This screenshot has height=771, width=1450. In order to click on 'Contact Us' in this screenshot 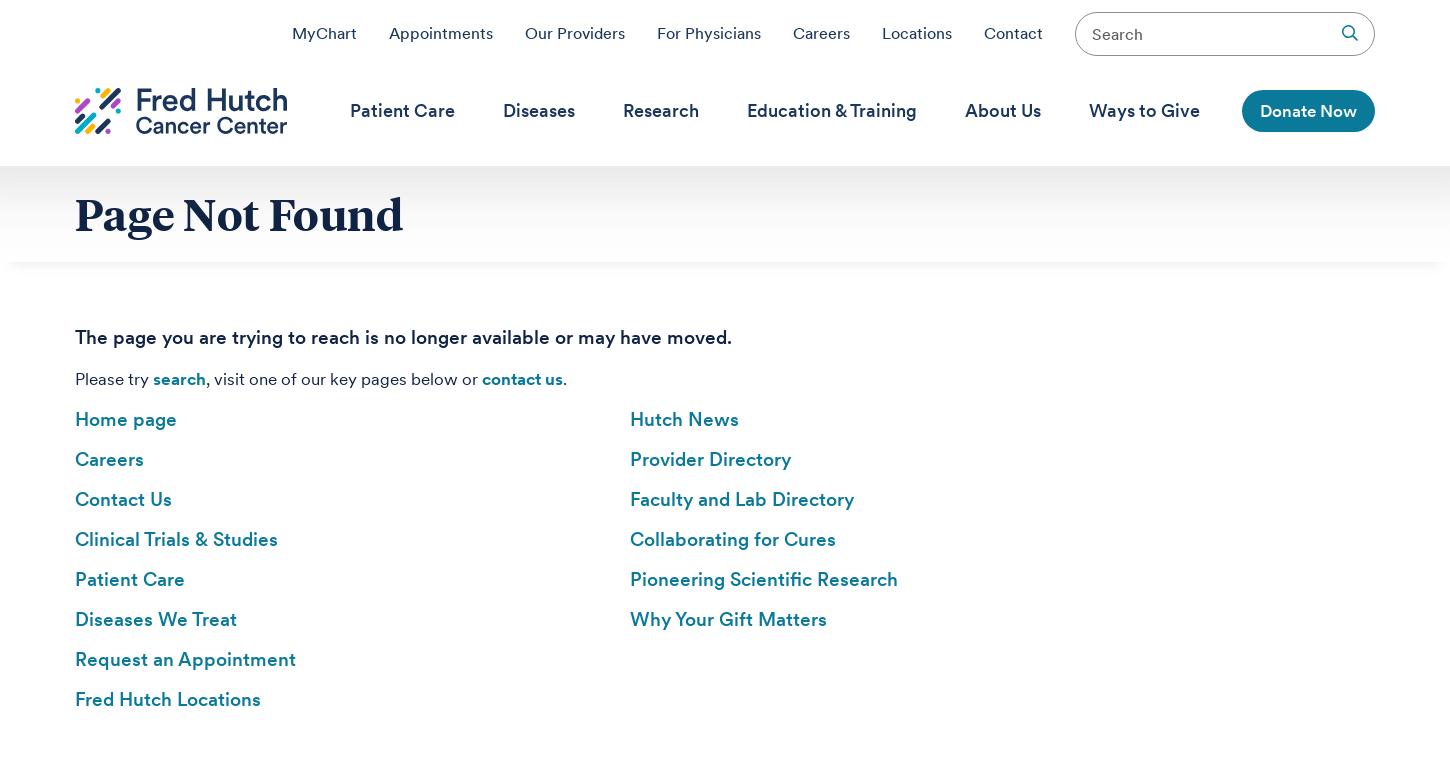, I will do `click(122, 499)`.